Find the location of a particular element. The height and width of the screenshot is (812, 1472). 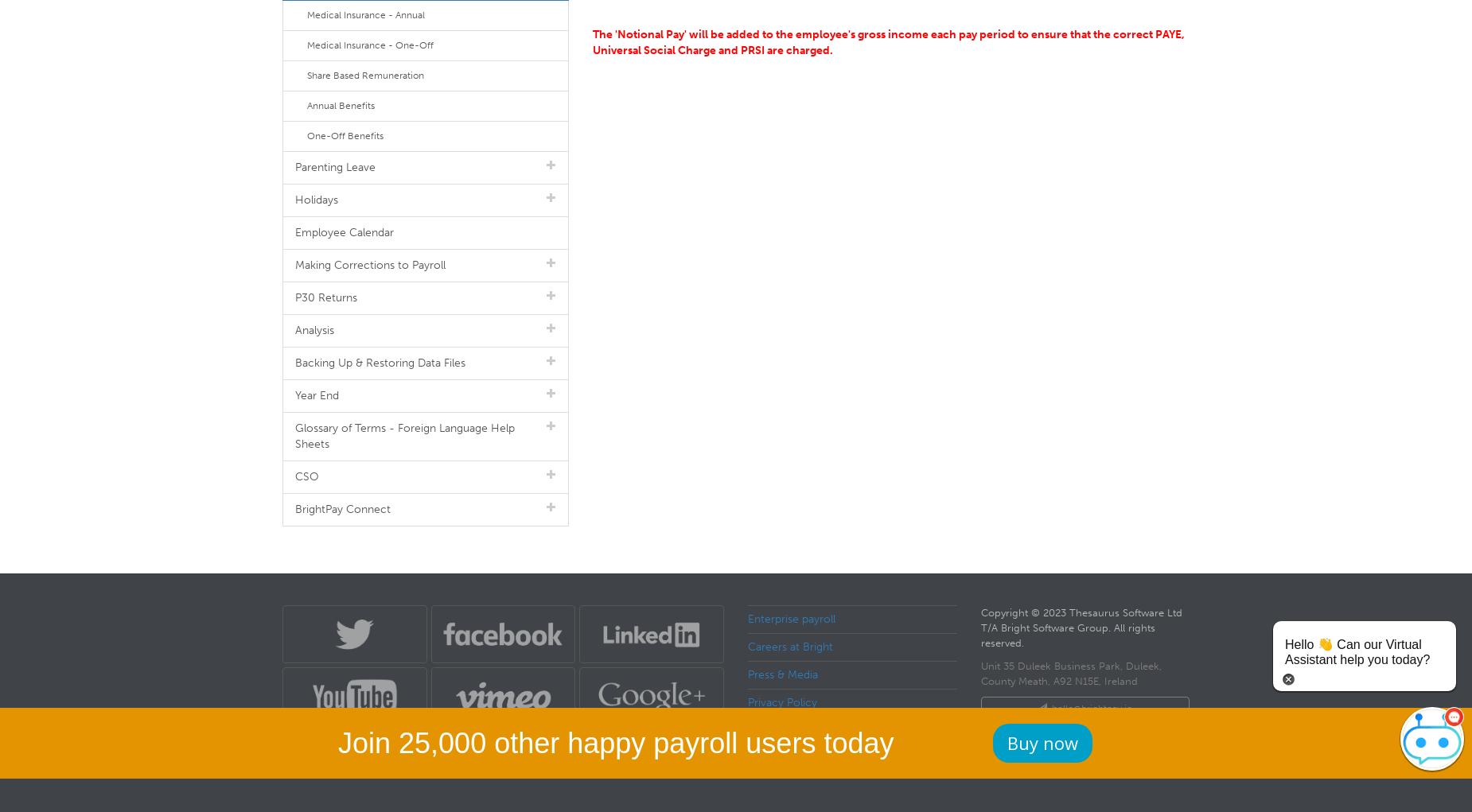

'Copyright © 2023 Thesaurus Software Ltd T/A Bright Software Group. All rights reserved.' is located at coordinates (1080, 627).